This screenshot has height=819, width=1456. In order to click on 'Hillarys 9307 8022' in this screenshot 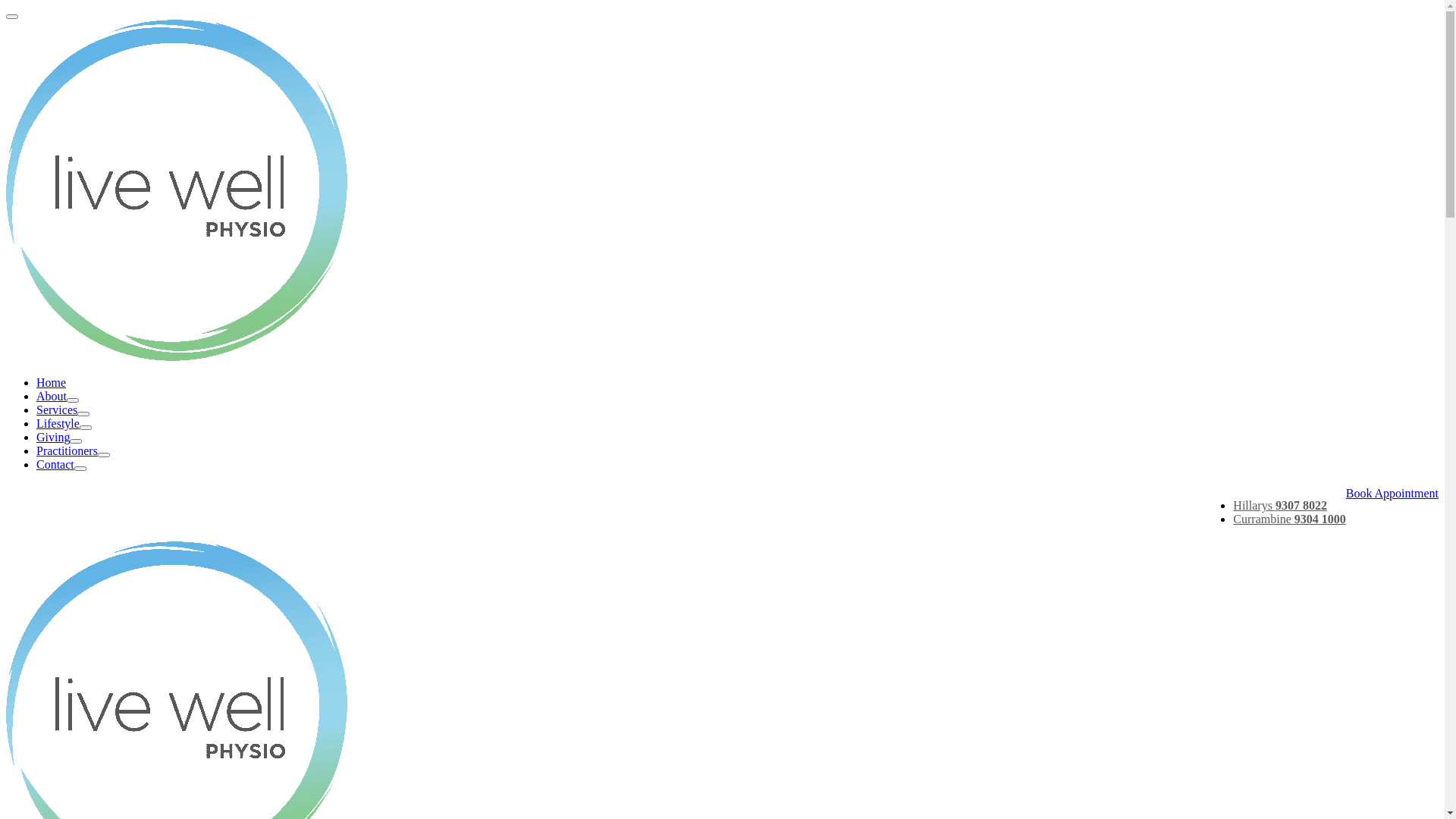, I will do `click(1279, 505)`.